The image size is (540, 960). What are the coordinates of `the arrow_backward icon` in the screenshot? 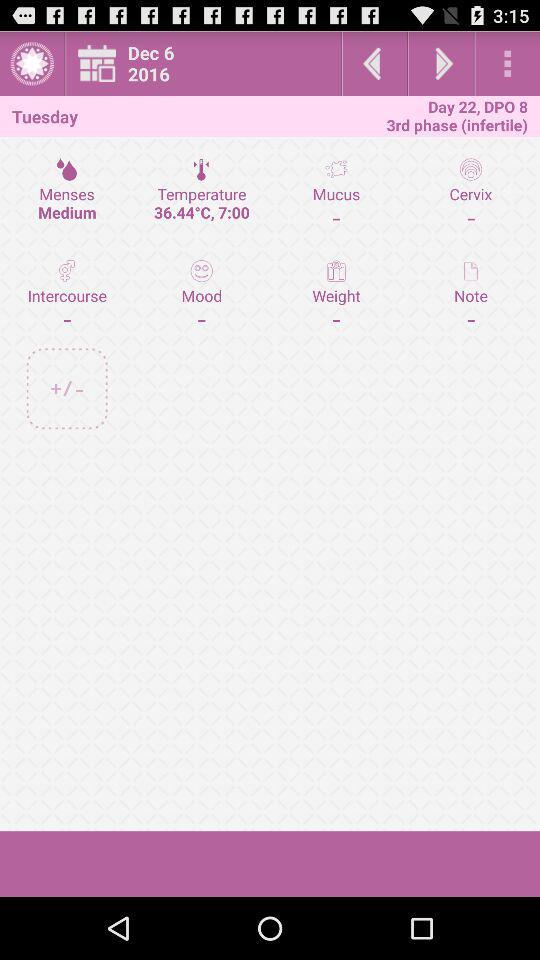 It's located at (374, 68).